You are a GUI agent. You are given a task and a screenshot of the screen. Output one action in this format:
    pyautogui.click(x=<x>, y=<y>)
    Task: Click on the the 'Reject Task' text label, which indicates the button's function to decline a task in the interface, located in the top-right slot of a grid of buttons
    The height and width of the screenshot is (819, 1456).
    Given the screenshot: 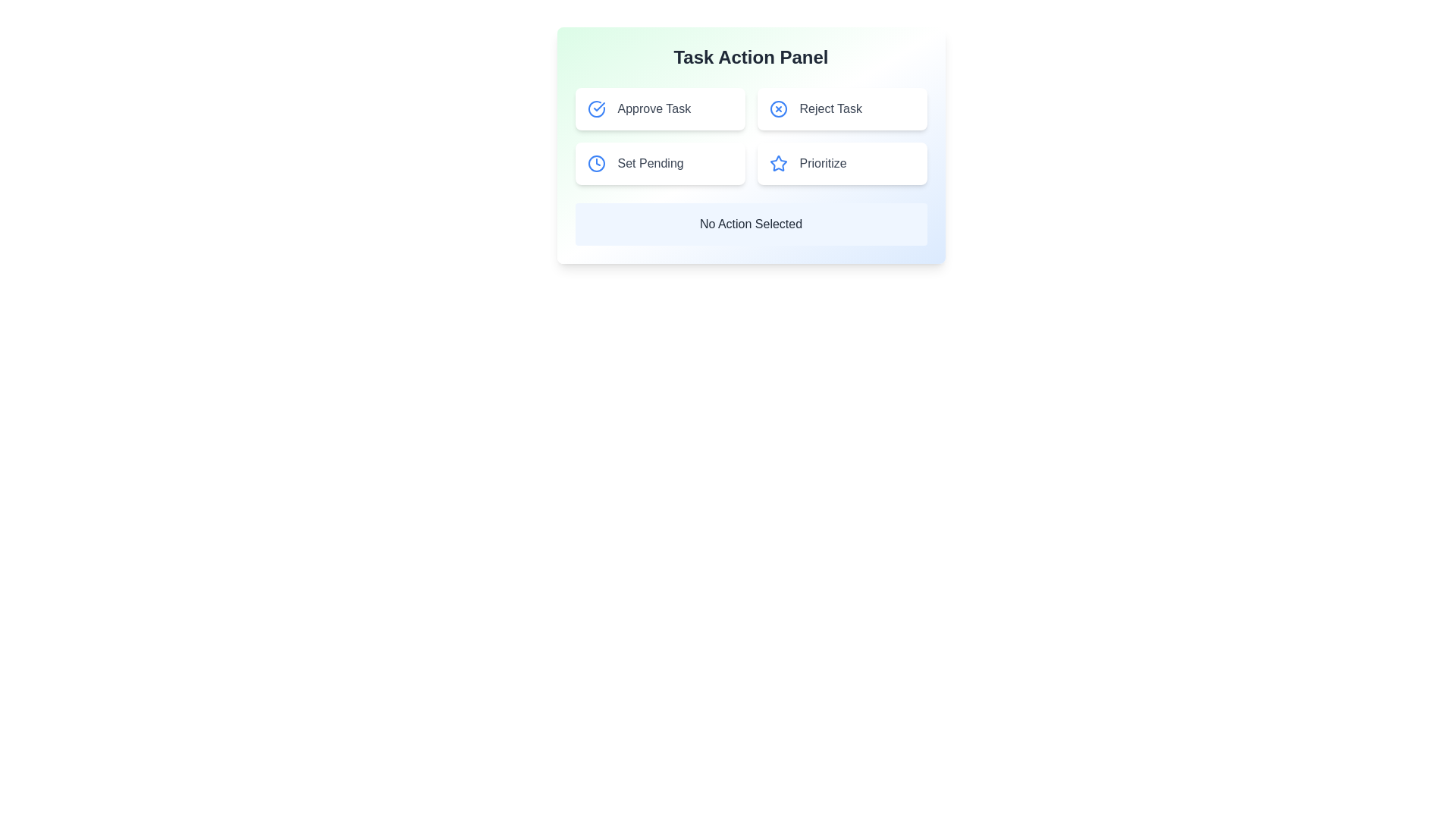 What is the action you would take?
    pyautogui.click(x=830, y=108)
    